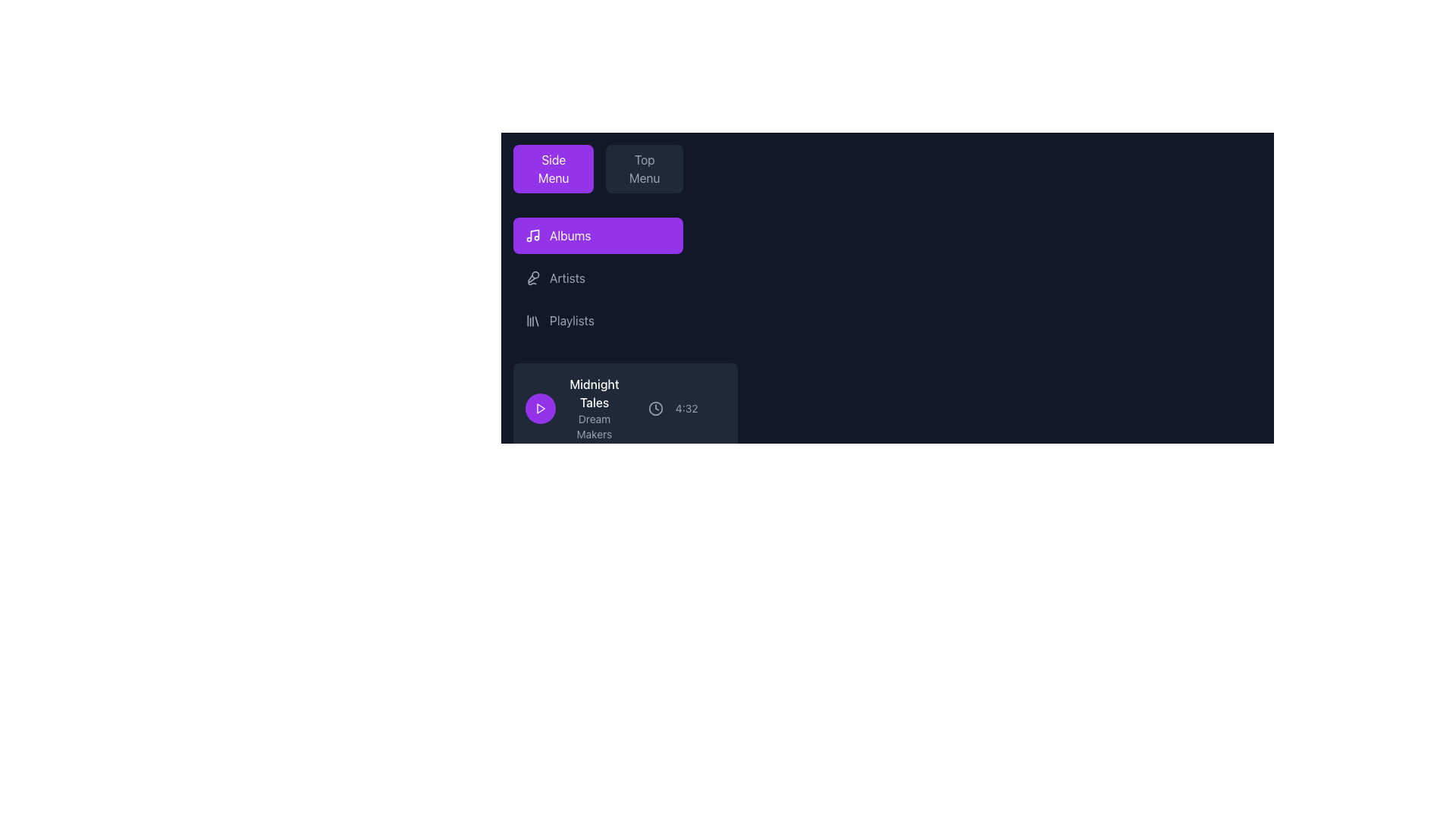  What do you see at coordinates (566, 278) in the screenshot?
I see `the 'Artists' static text label in the sidebar navigation menu, which is positioned between the 'Albums' and 'Playlists' rows` at bounding box center [566, 278].